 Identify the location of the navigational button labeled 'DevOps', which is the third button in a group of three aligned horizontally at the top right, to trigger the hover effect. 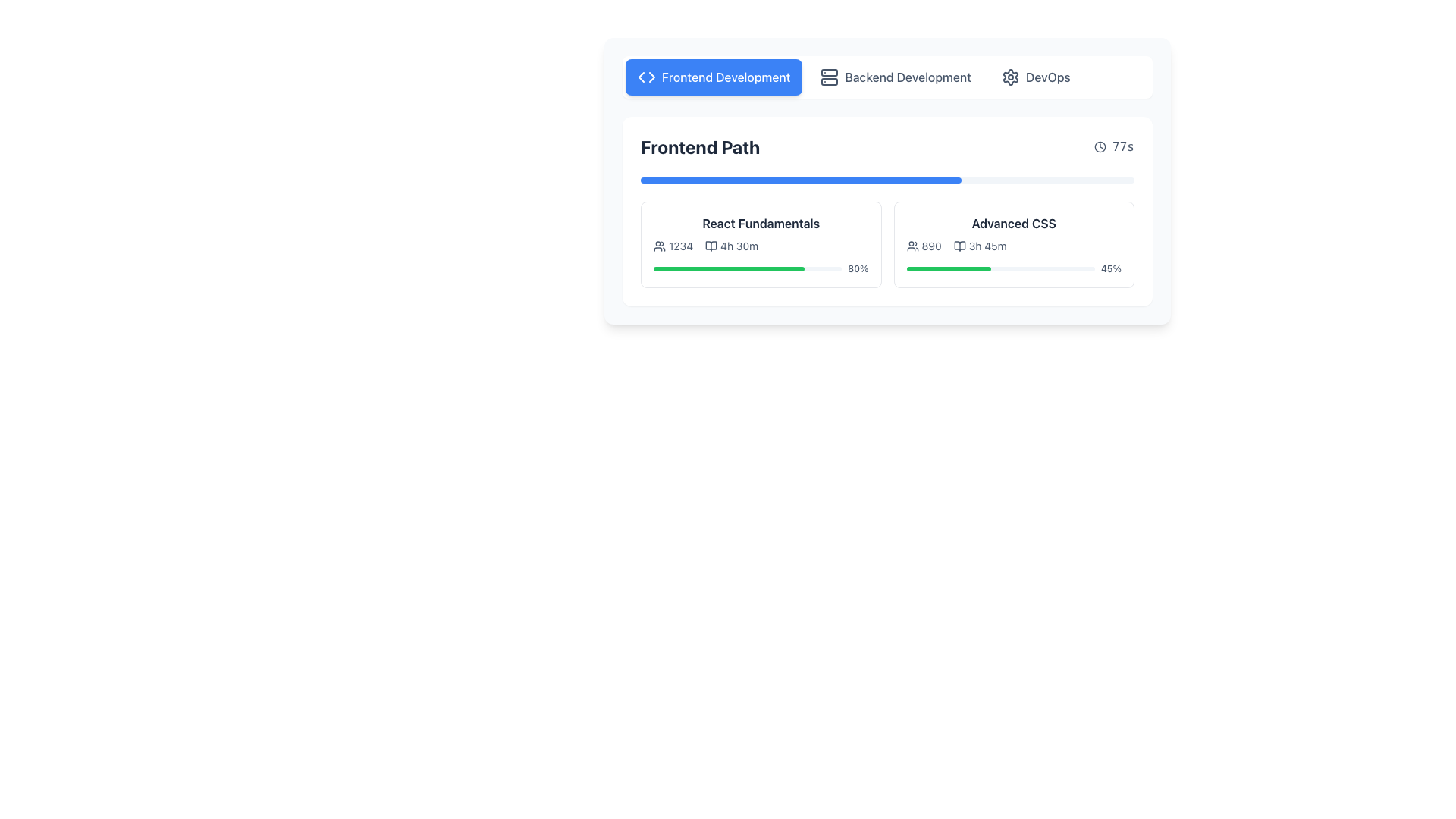
(1035, 77).